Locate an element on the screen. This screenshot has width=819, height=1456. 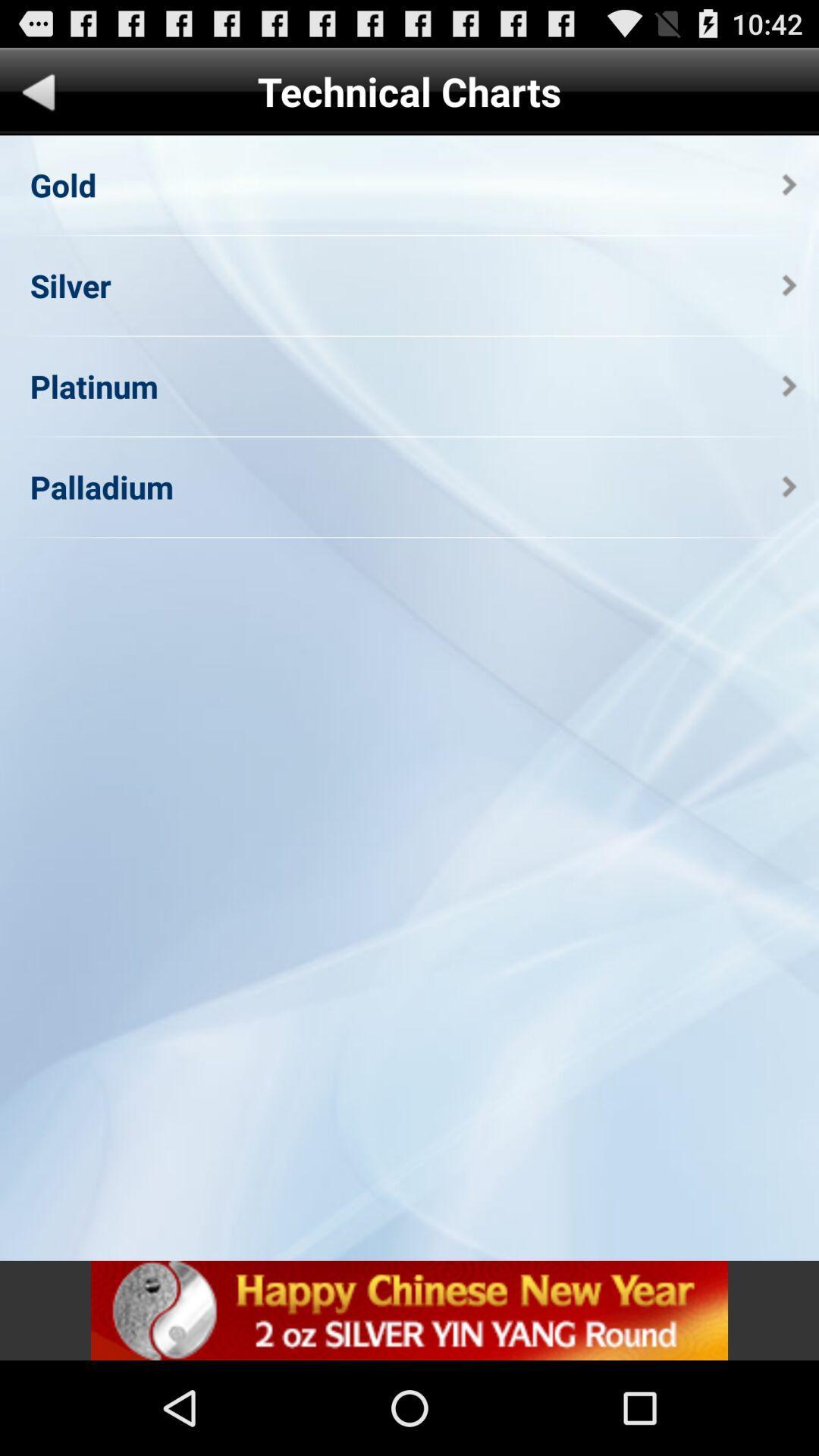
the silver app is located at coordinates (70, 285).